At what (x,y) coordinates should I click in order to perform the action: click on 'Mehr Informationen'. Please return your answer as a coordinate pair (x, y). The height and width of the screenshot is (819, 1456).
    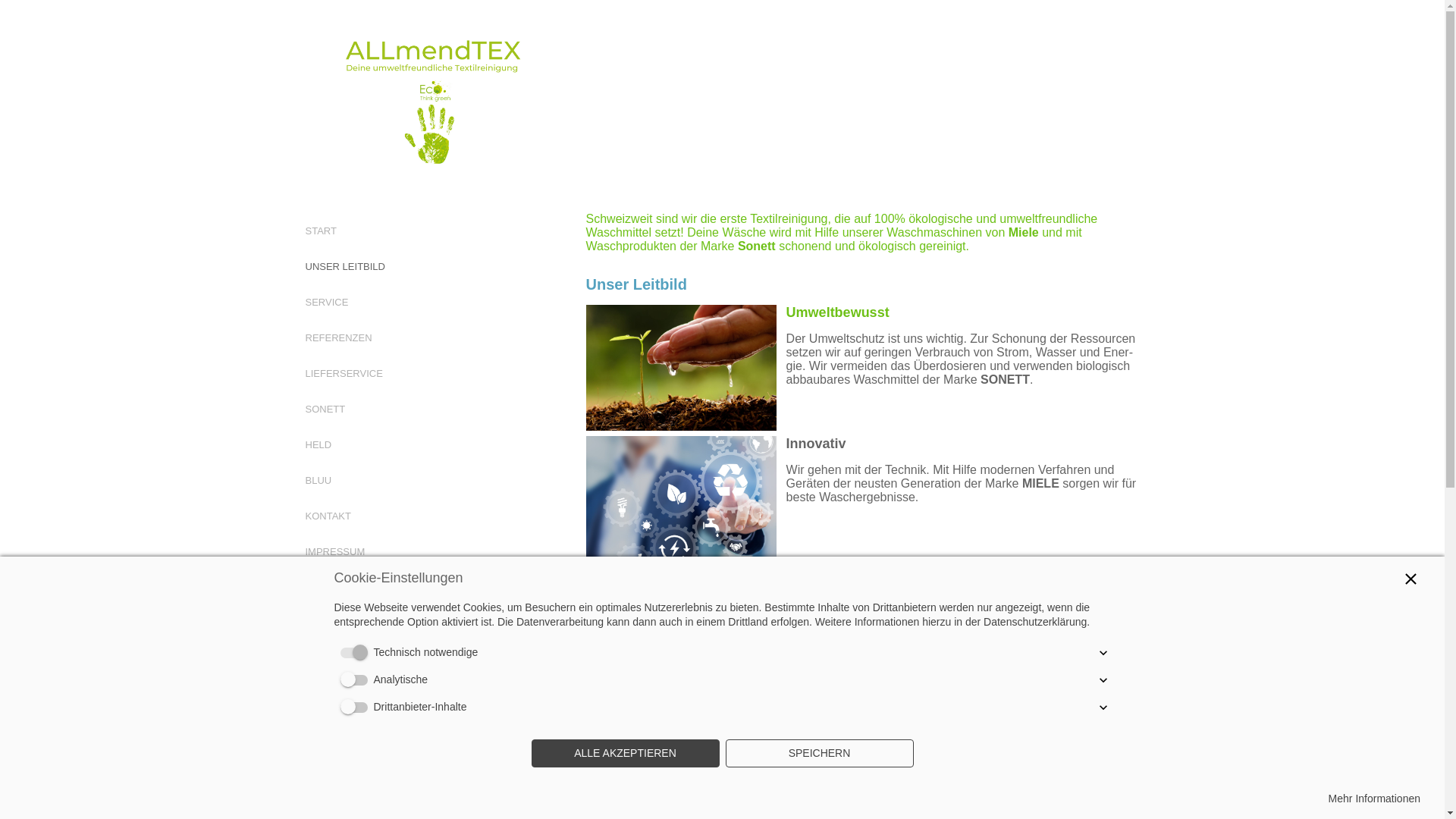
    Looking at the image, I should click on (1374, 798).